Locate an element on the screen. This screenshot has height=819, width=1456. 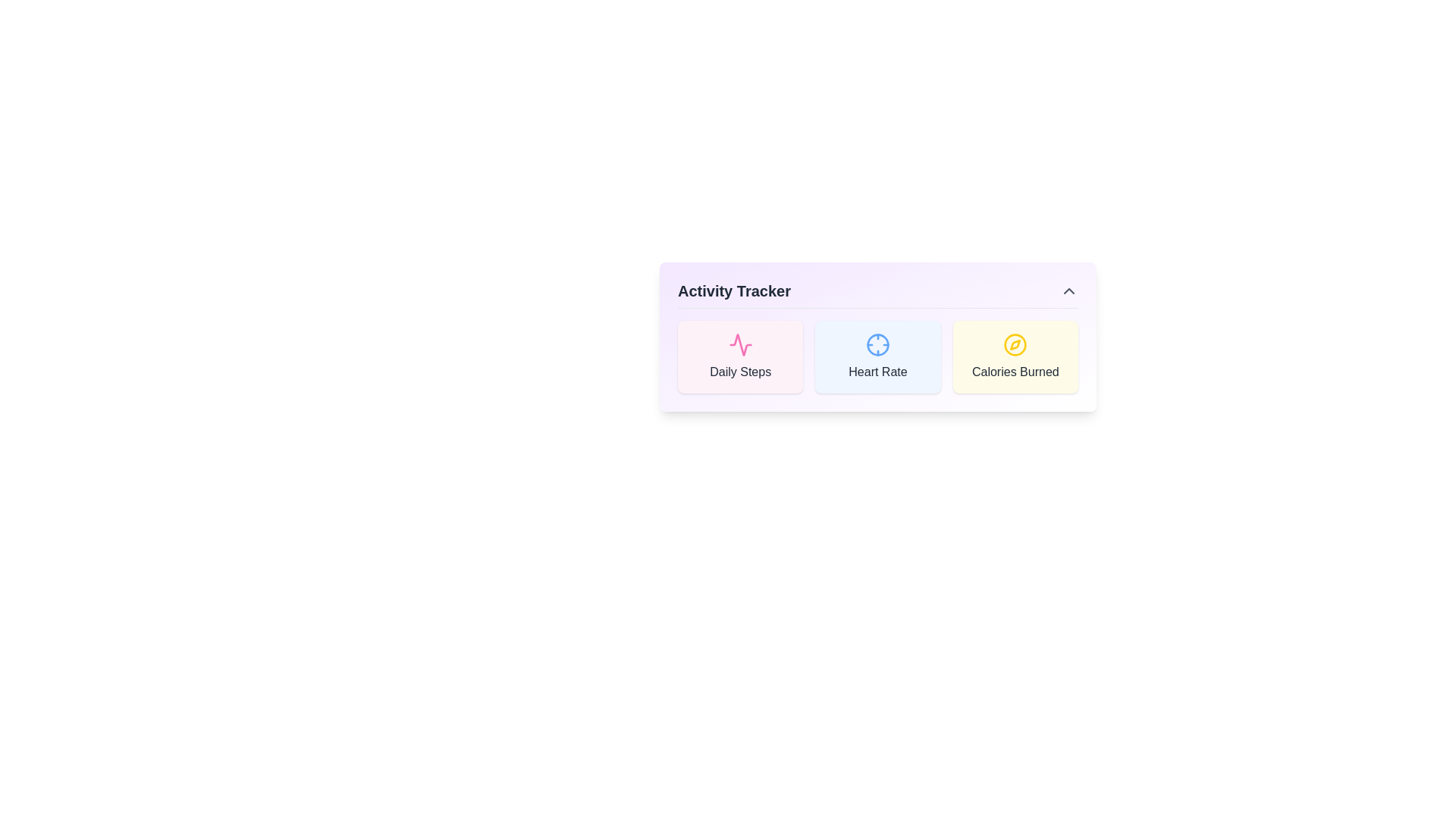
the circular icon with a yellow outline in the 'Calories Burned' section of the activity tracker interface, which is part of a compass-like design is located at coordinates (1015, 345).